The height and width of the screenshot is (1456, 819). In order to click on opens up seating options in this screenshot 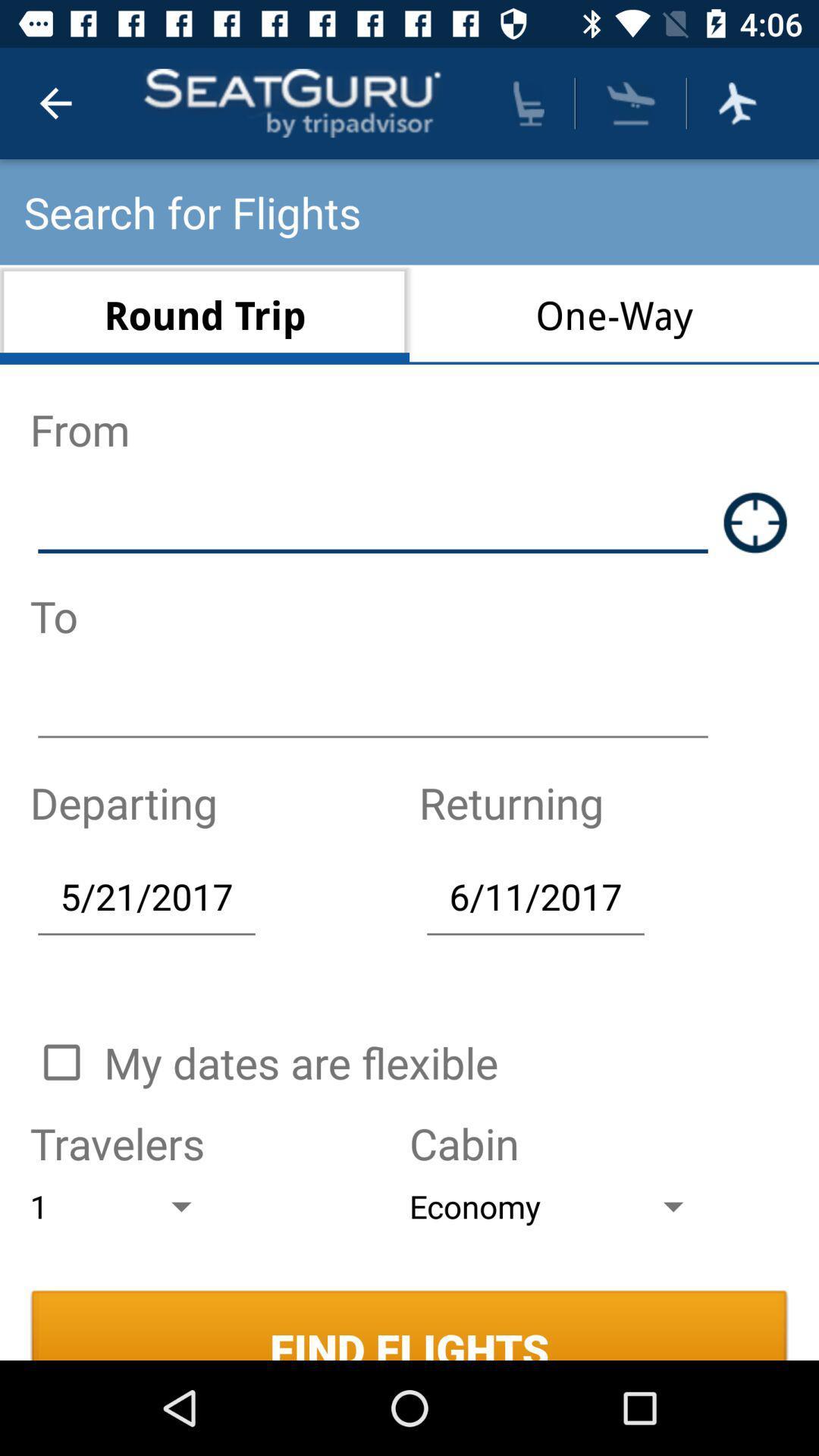, I will do `click(528, 102)`.